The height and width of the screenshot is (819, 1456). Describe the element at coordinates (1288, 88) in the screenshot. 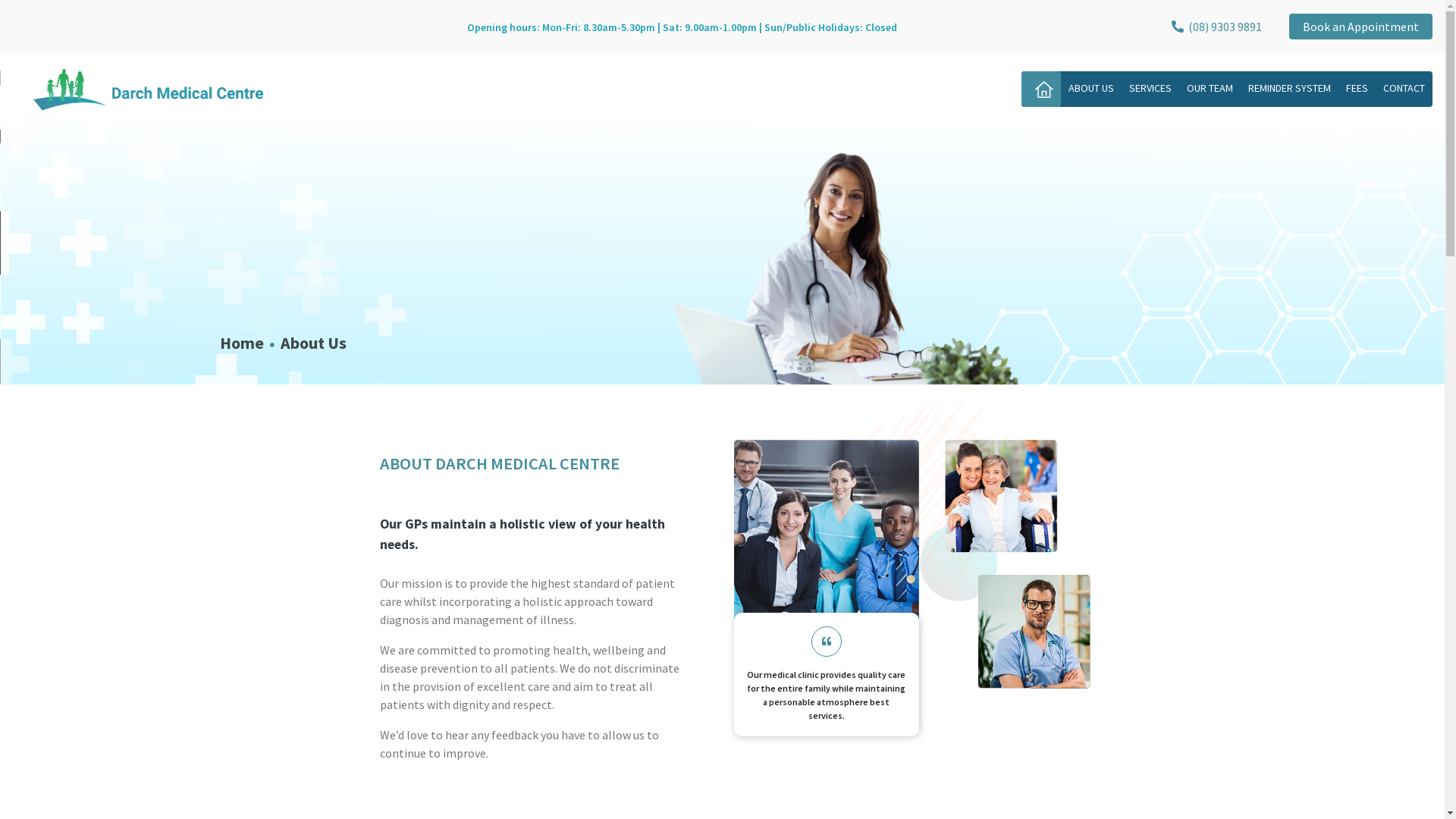

I see `'REMINDER SYSTEM'` at that location.